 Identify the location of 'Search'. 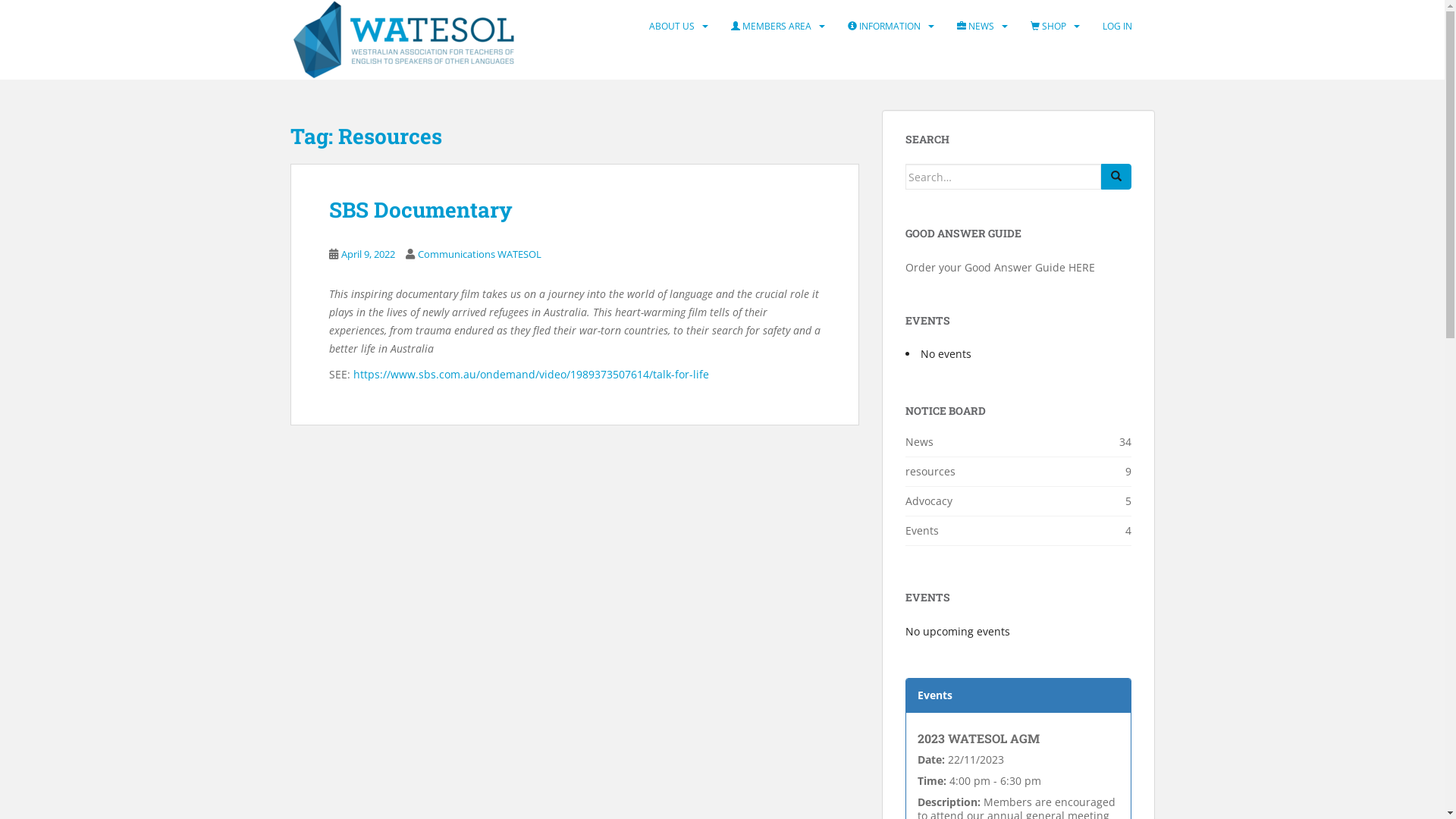
(1116, 175).